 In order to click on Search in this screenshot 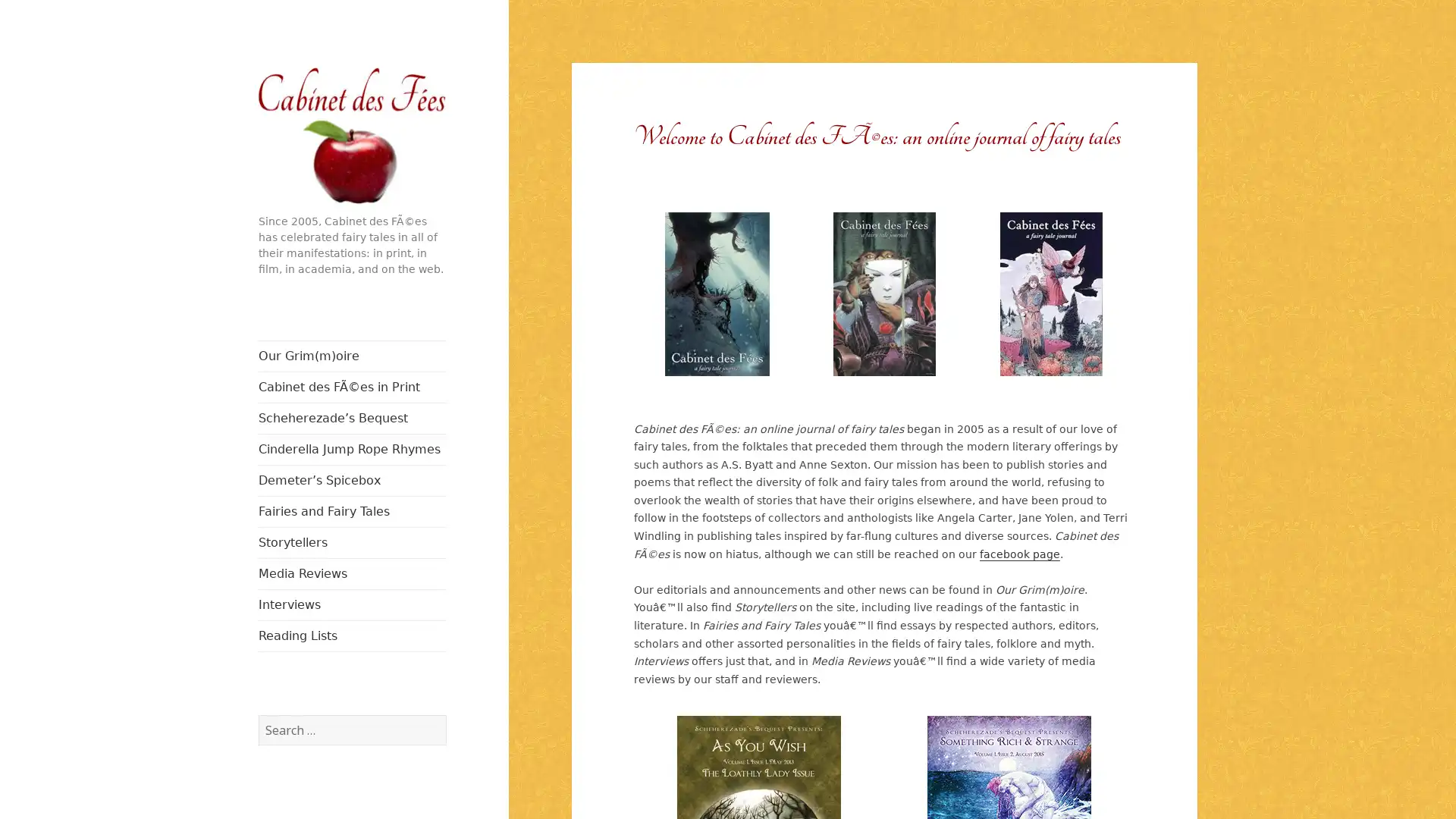, I will do `click(444, 714)`.